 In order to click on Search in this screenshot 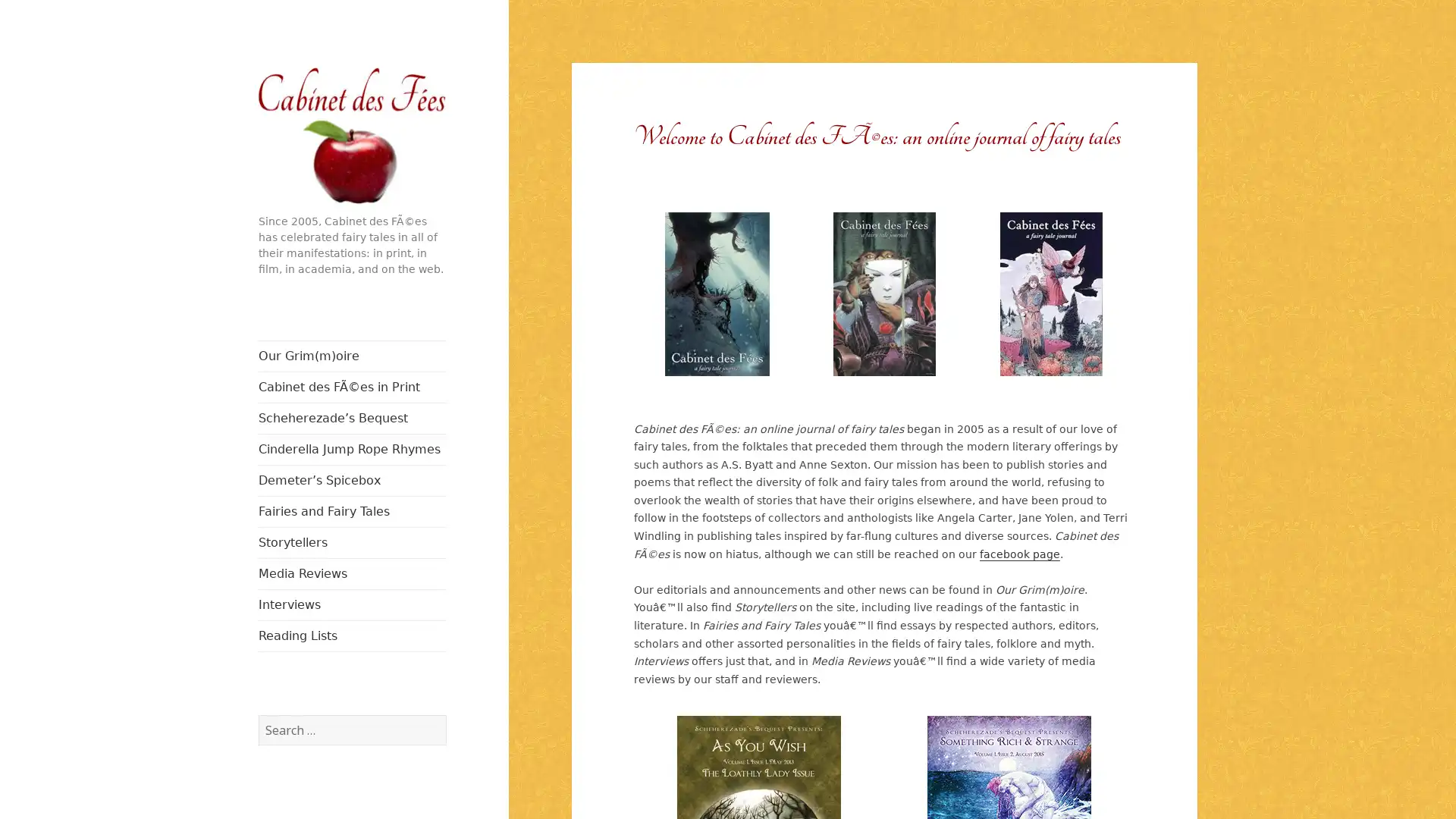, I will do `click(444, 714)`.